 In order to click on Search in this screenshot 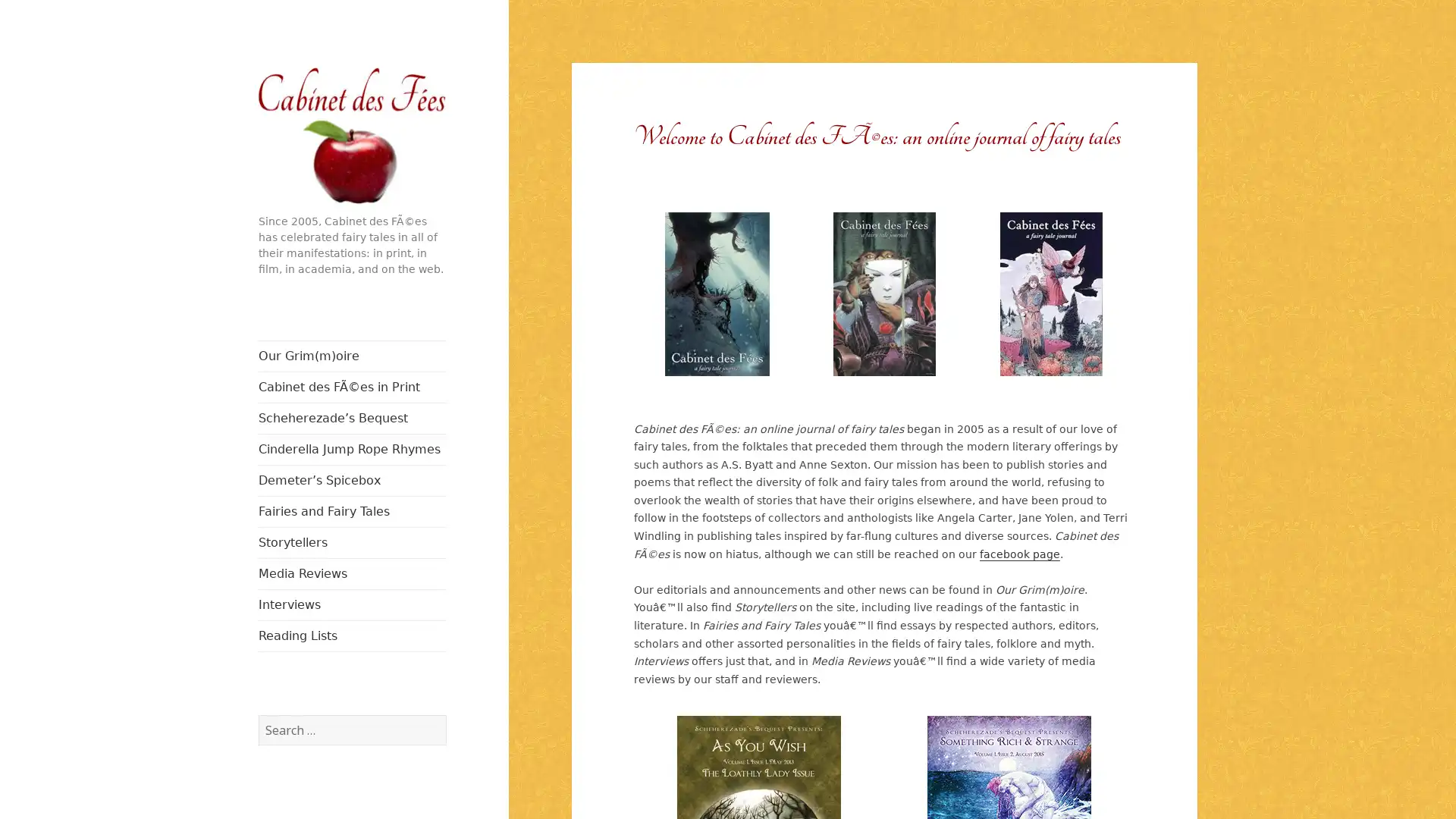, I will do `click(444, 714)`.